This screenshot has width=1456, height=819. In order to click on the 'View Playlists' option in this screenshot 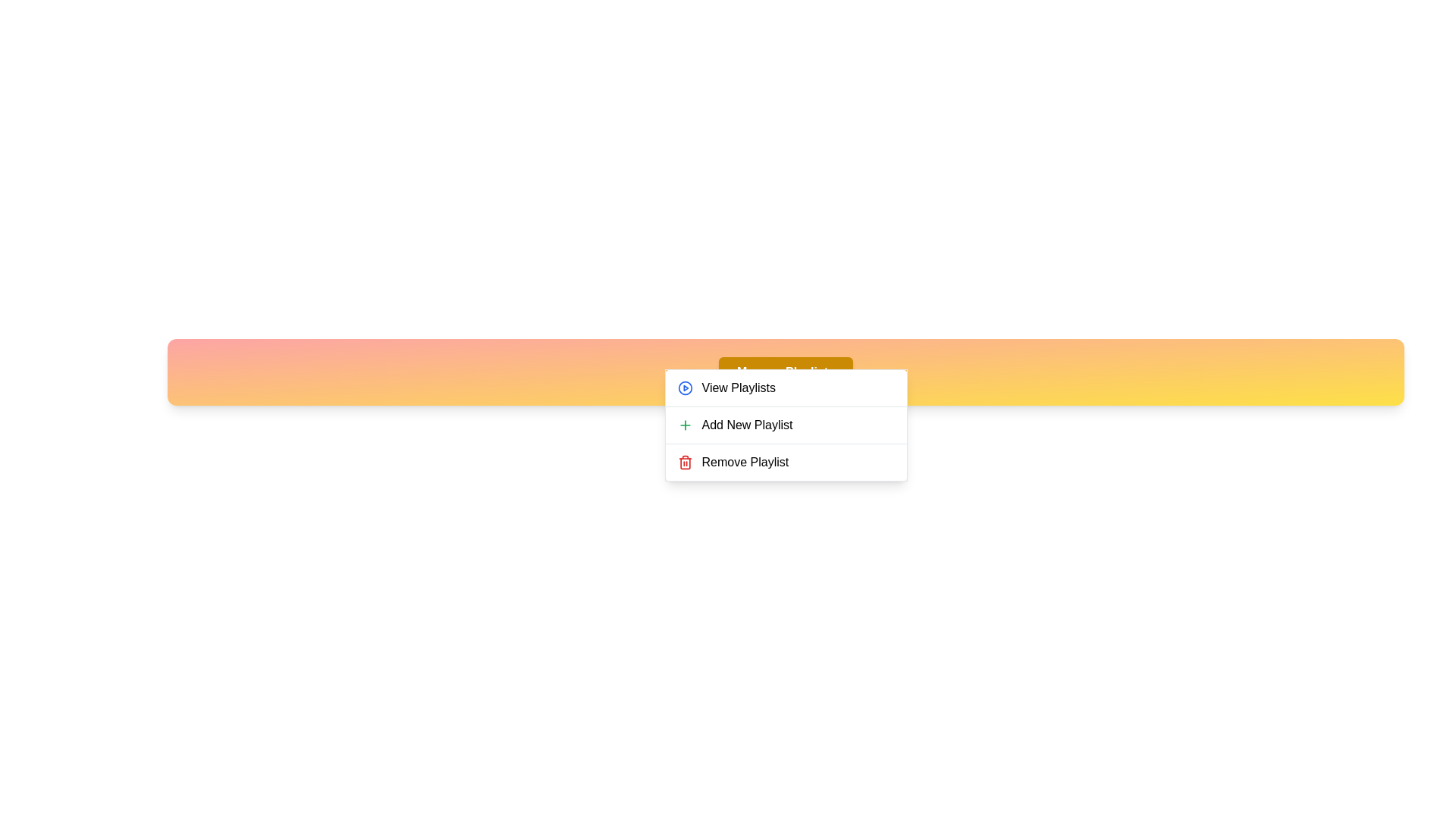, I will do `click(786, 388)`.